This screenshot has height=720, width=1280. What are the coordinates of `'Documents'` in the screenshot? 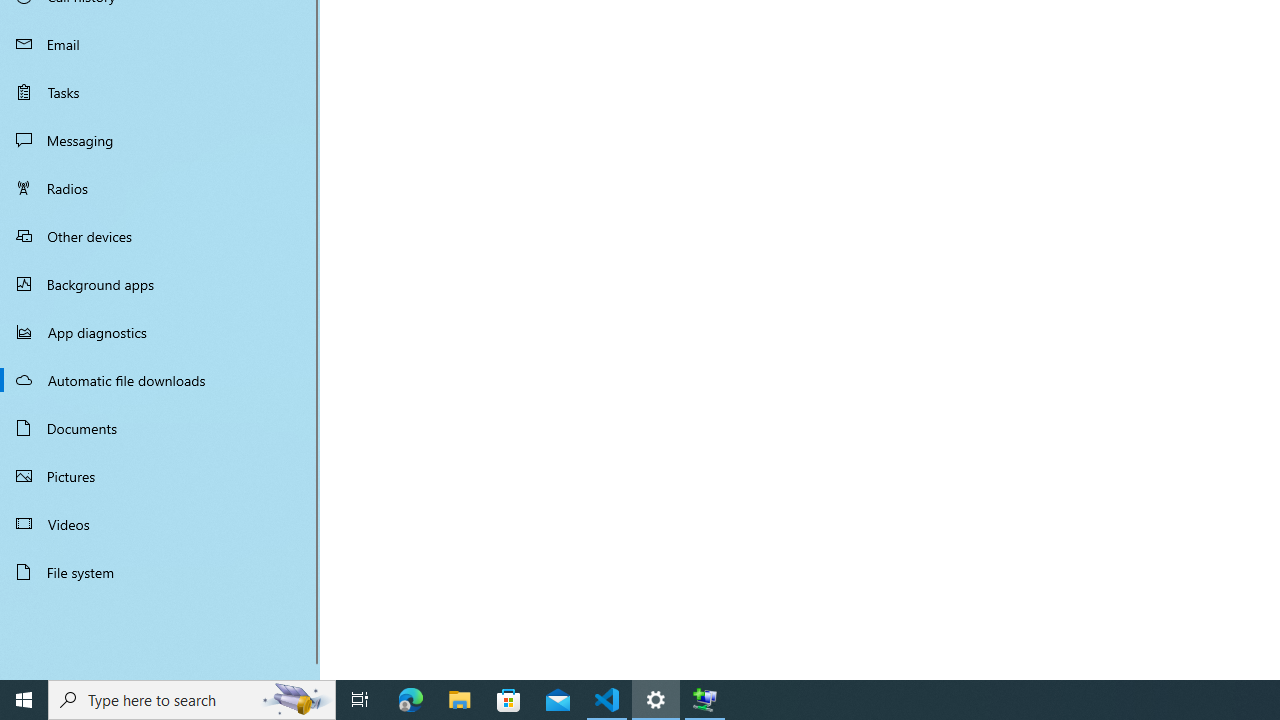 It's located at (160, 427).